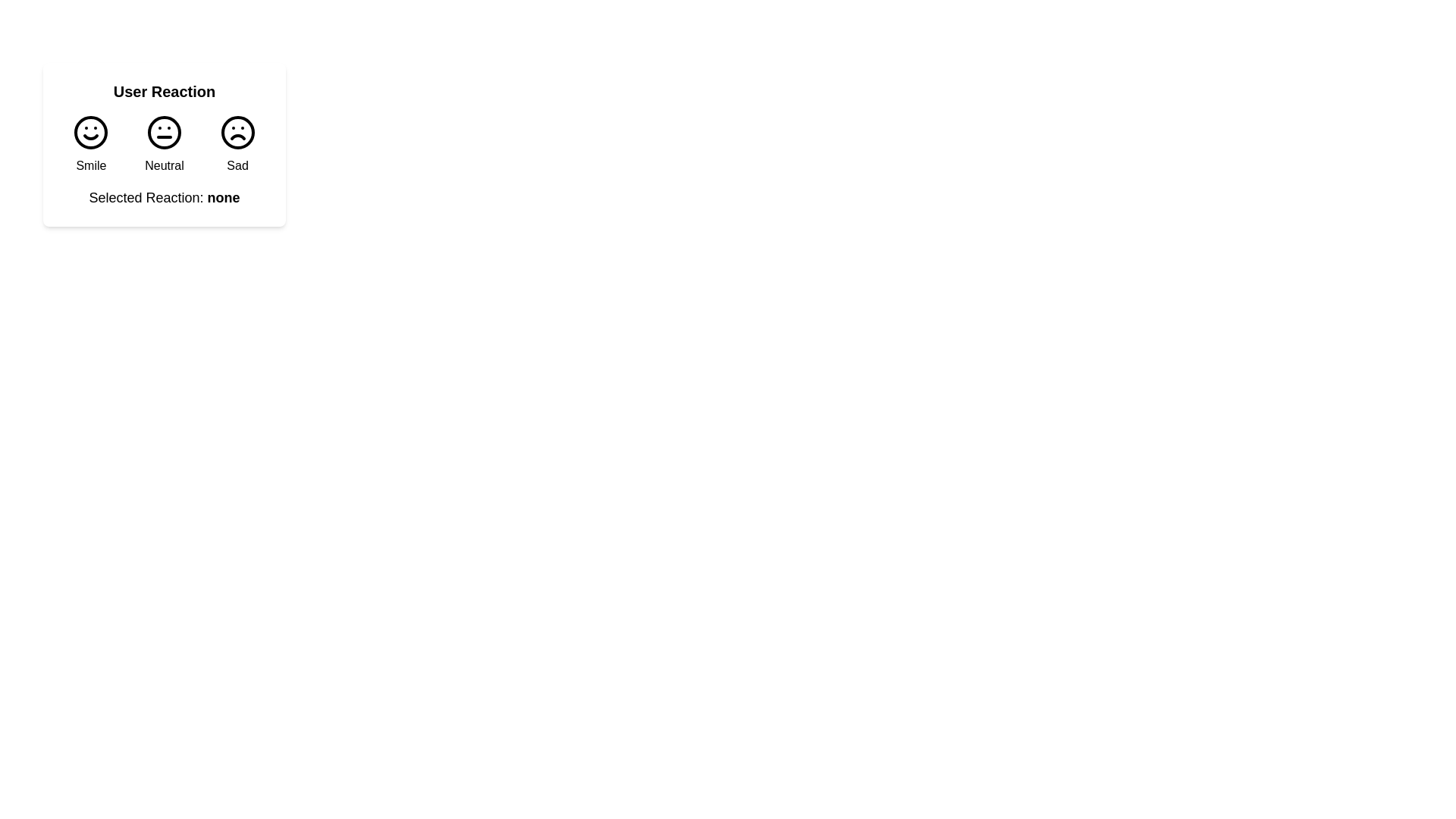  Describe the element at coordinates (164, 166) in the screenshot. I see `the text label displaying 'Neutral', which is located centrally under the neutral face icon in a row of three labels` at that location.